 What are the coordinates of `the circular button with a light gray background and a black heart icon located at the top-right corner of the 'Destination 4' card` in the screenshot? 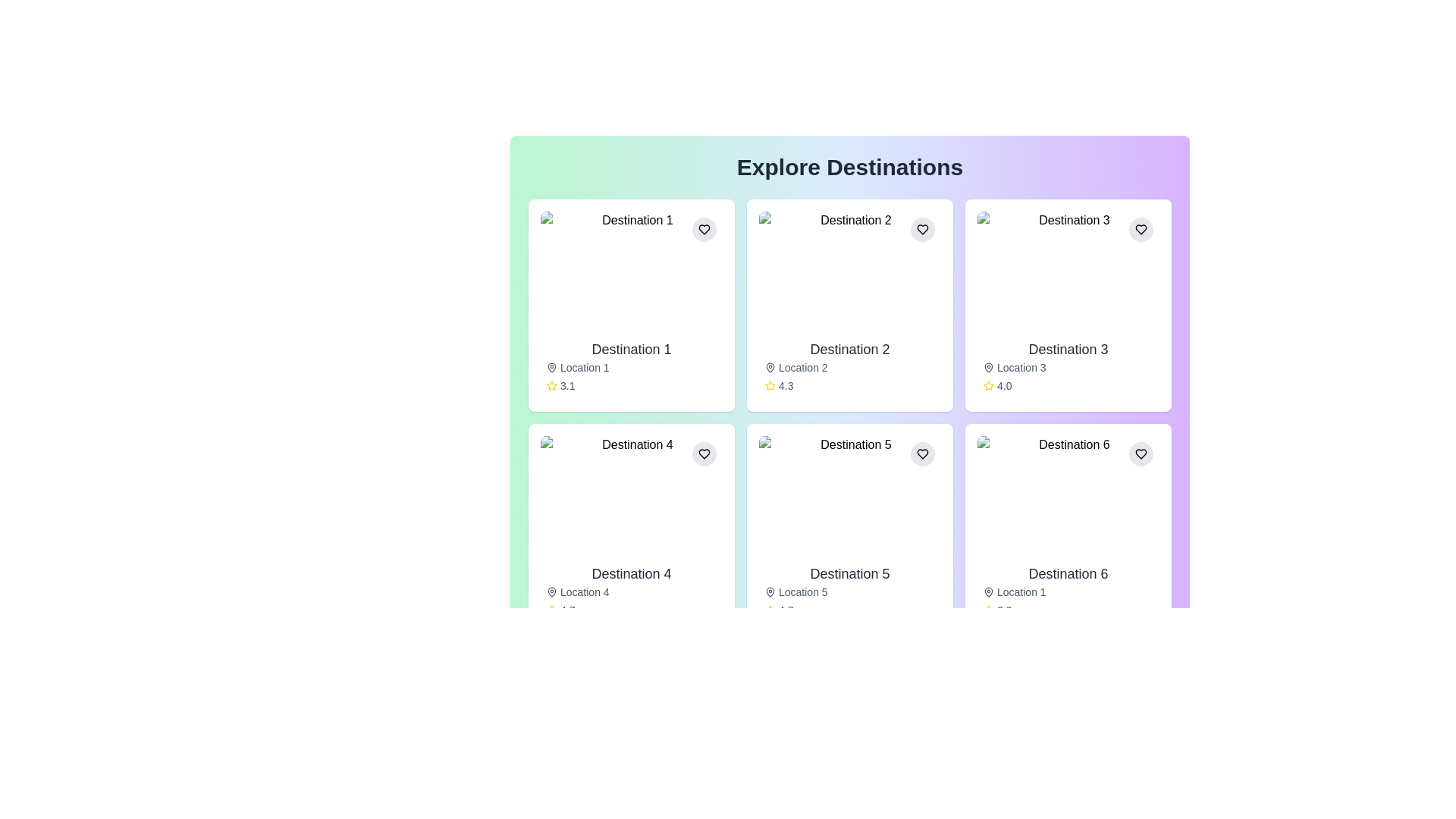 It's located at (704, 453).